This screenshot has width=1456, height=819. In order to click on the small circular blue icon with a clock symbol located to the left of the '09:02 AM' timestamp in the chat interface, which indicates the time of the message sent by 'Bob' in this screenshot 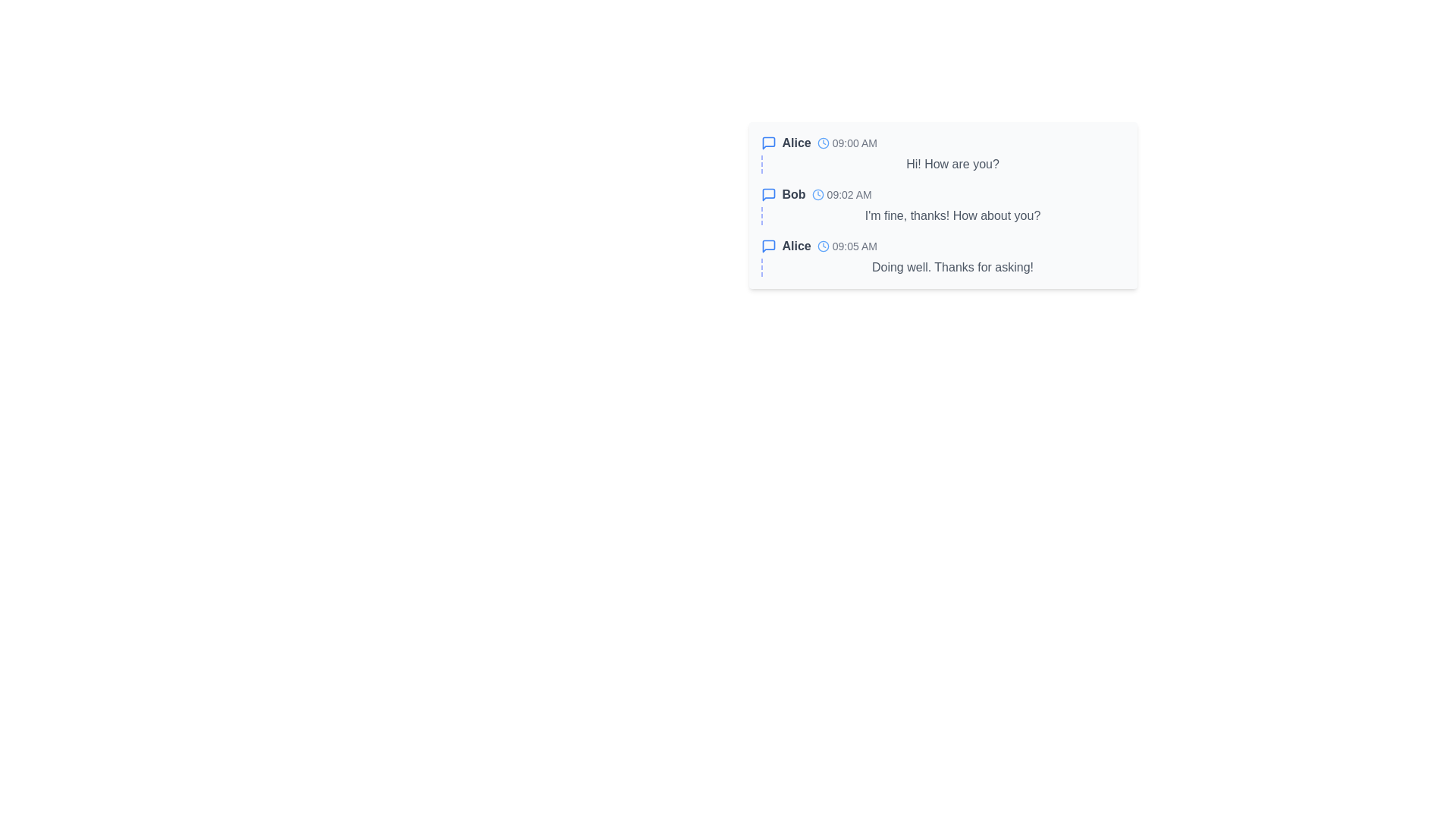, I will do `click(817, 194)`.